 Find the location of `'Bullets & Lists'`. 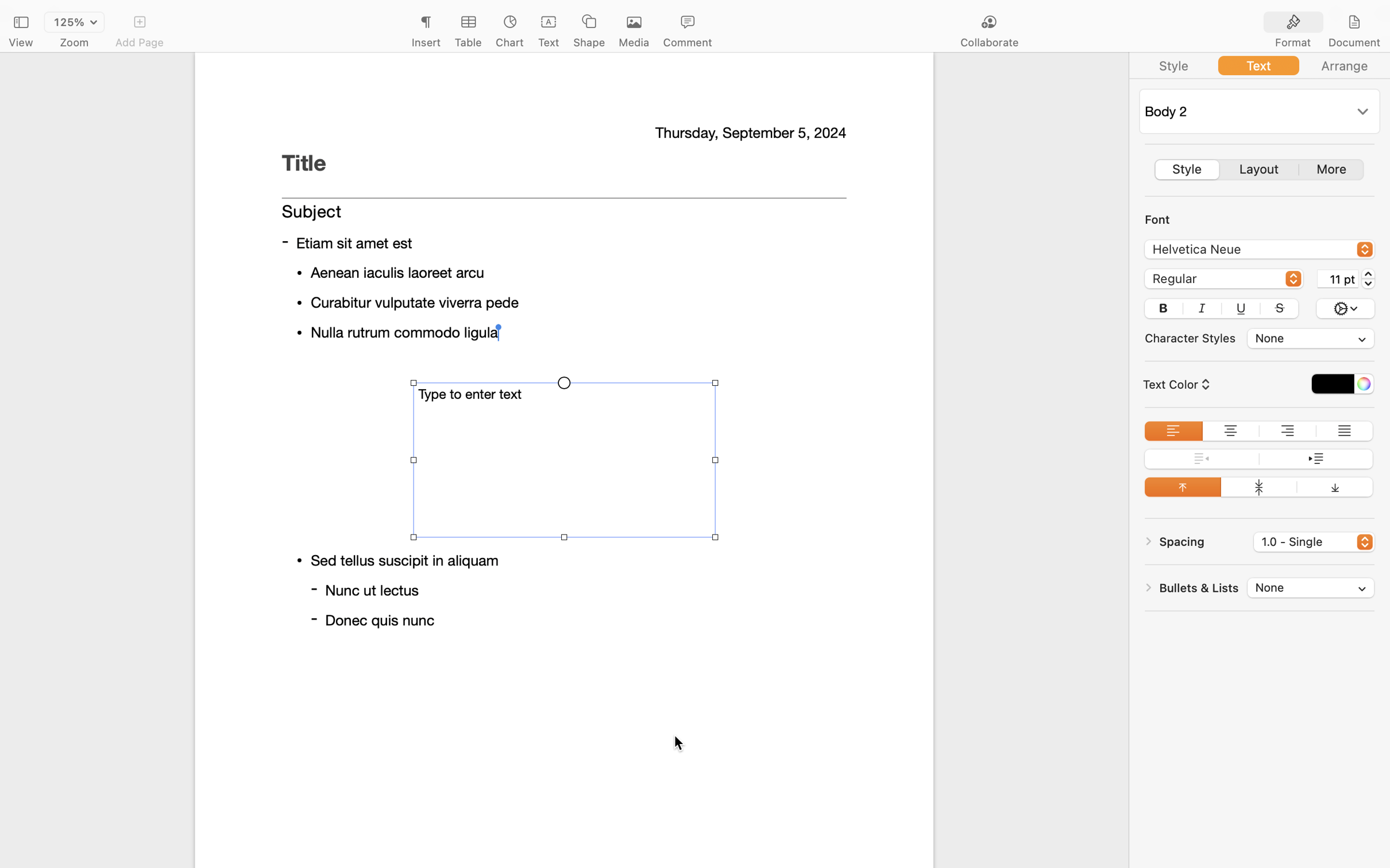

'Bullets & Lists' is located at coordinates (1198, 587).